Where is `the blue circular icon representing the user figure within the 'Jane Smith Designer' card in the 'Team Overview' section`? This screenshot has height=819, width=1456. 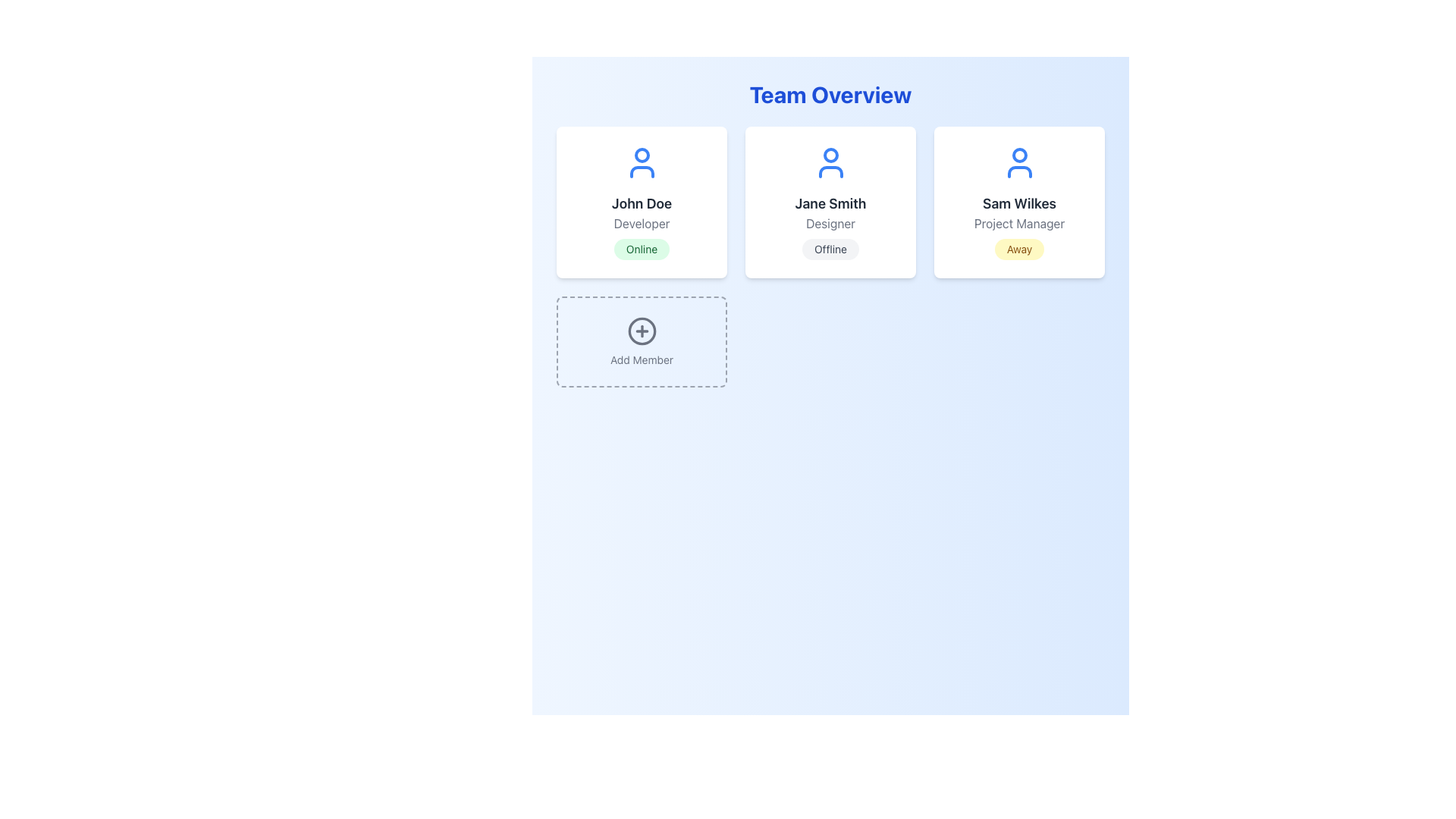 the blue circular icon representing the user figure within the 'Jane Smith Designer' card in the 'Team Overview' section is located at coordinates (830, 155).